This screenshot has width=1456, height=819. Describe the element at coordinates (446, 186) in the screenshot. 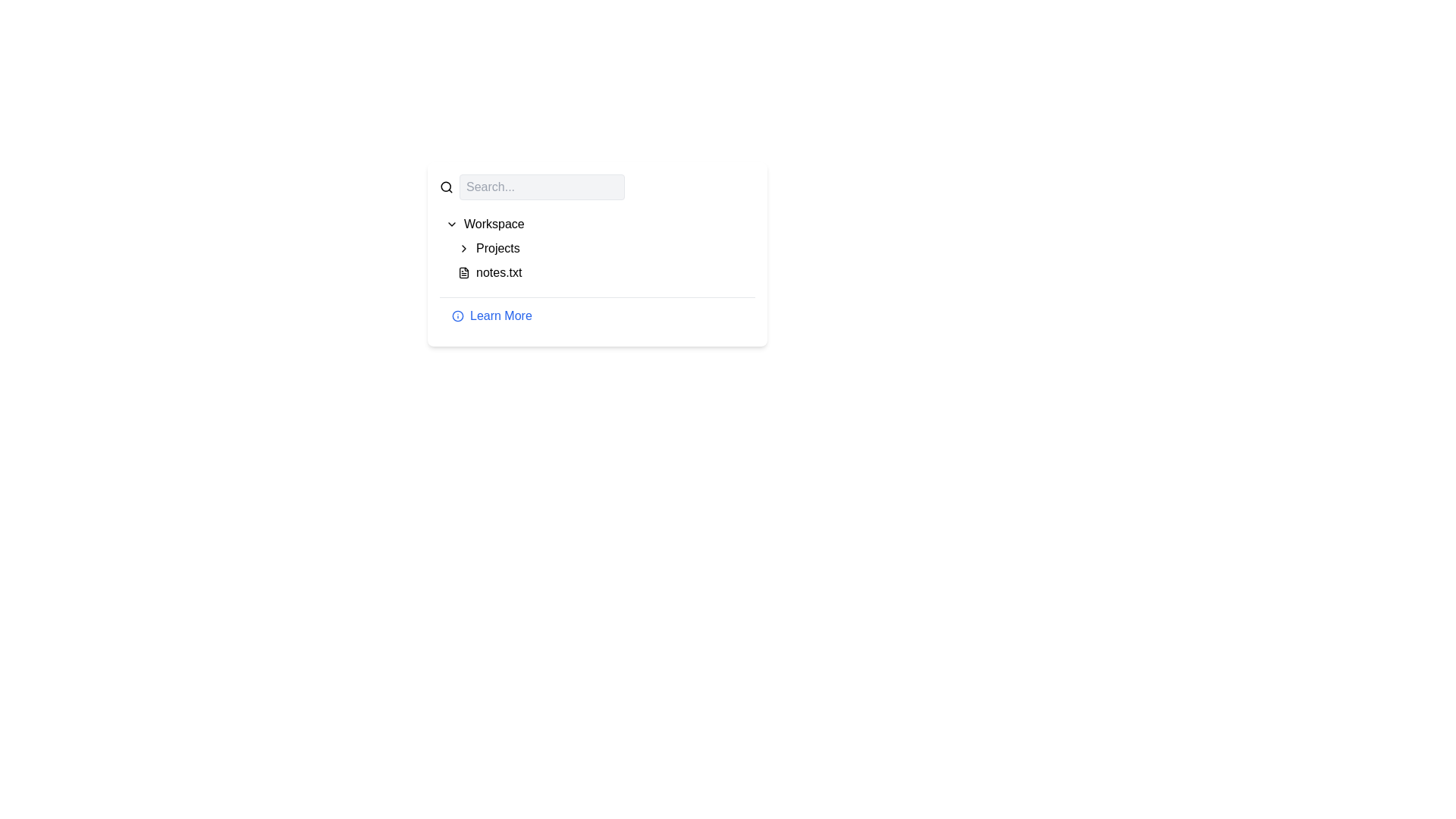

I see `the search icon located at the leftmost position in the horizontal layout` at that location.